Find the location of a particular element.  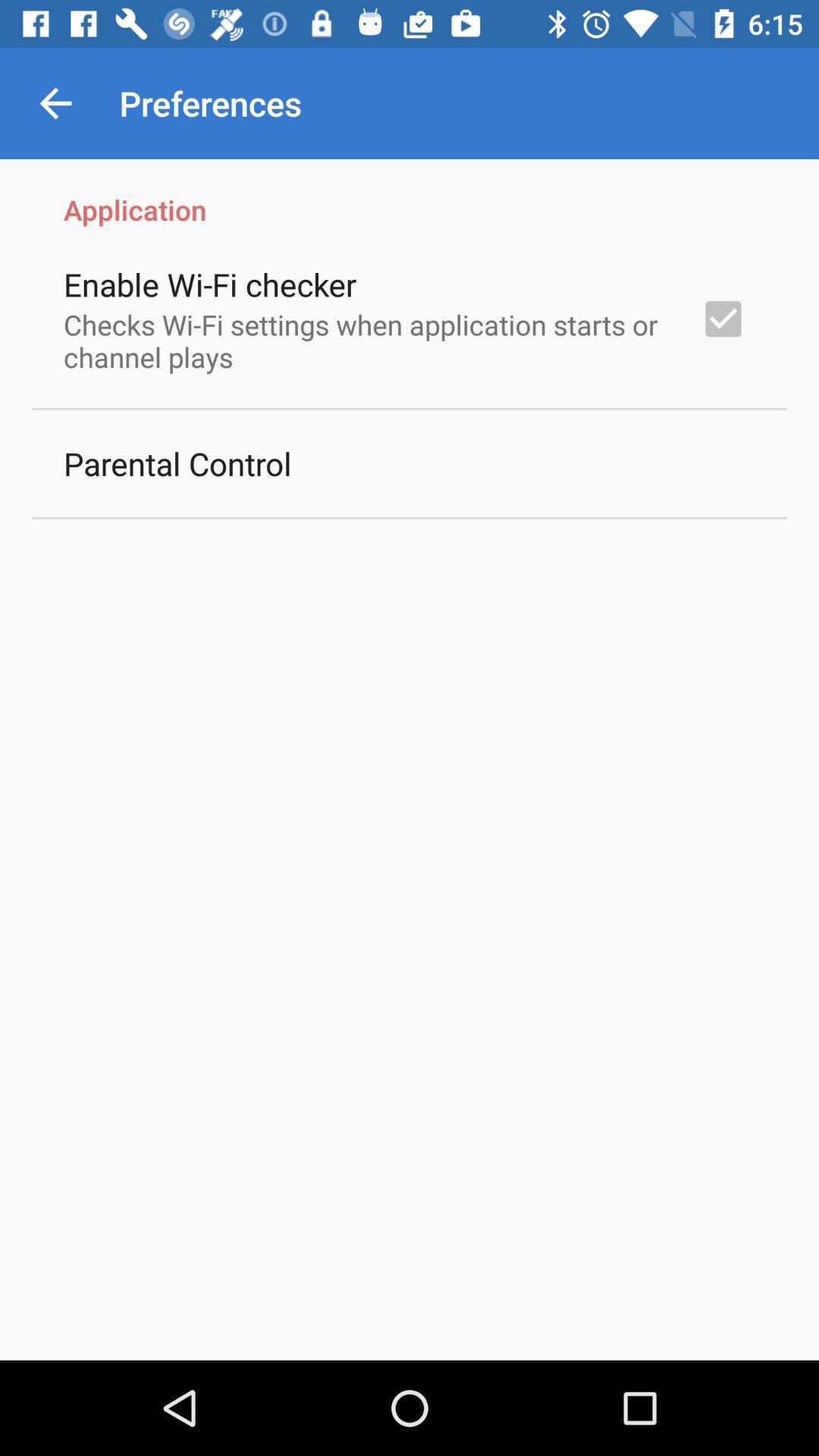

item above the application item is located at coordinates (55, 102).